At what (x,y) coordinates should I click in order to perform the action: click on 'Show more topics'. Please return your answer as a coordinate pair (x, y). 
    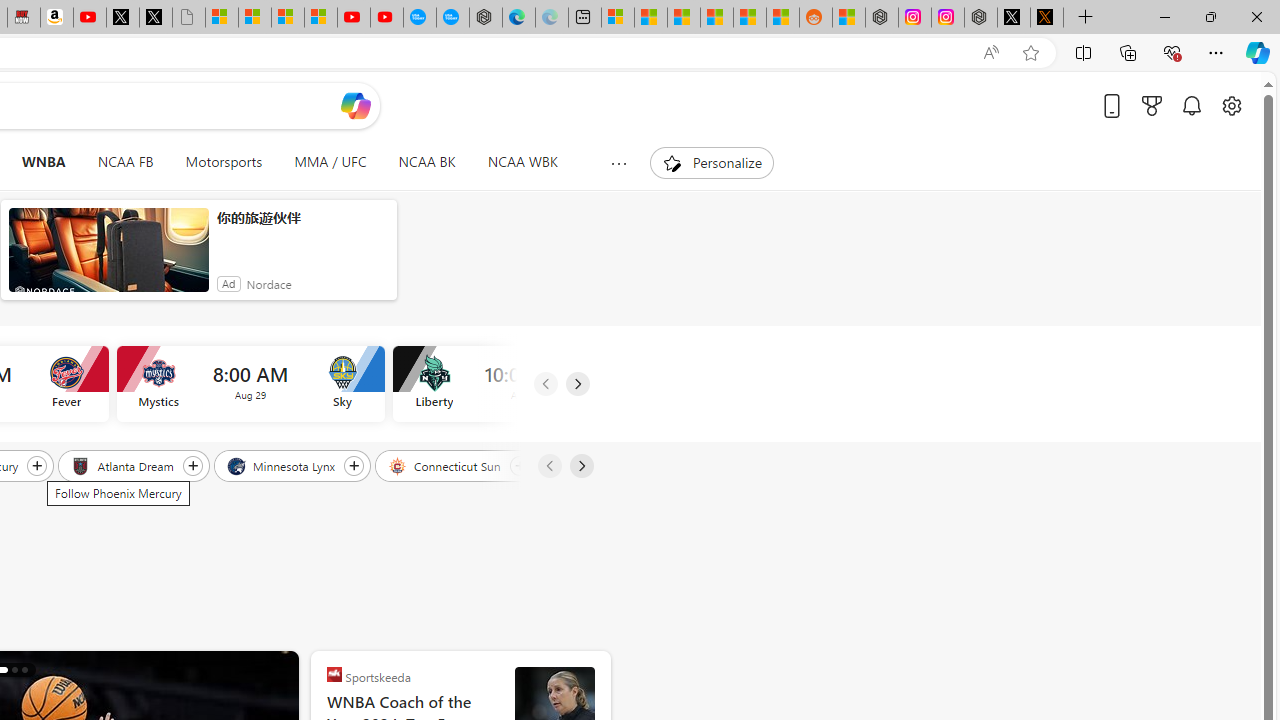
    Looking at the image, I should click on (617, 162).